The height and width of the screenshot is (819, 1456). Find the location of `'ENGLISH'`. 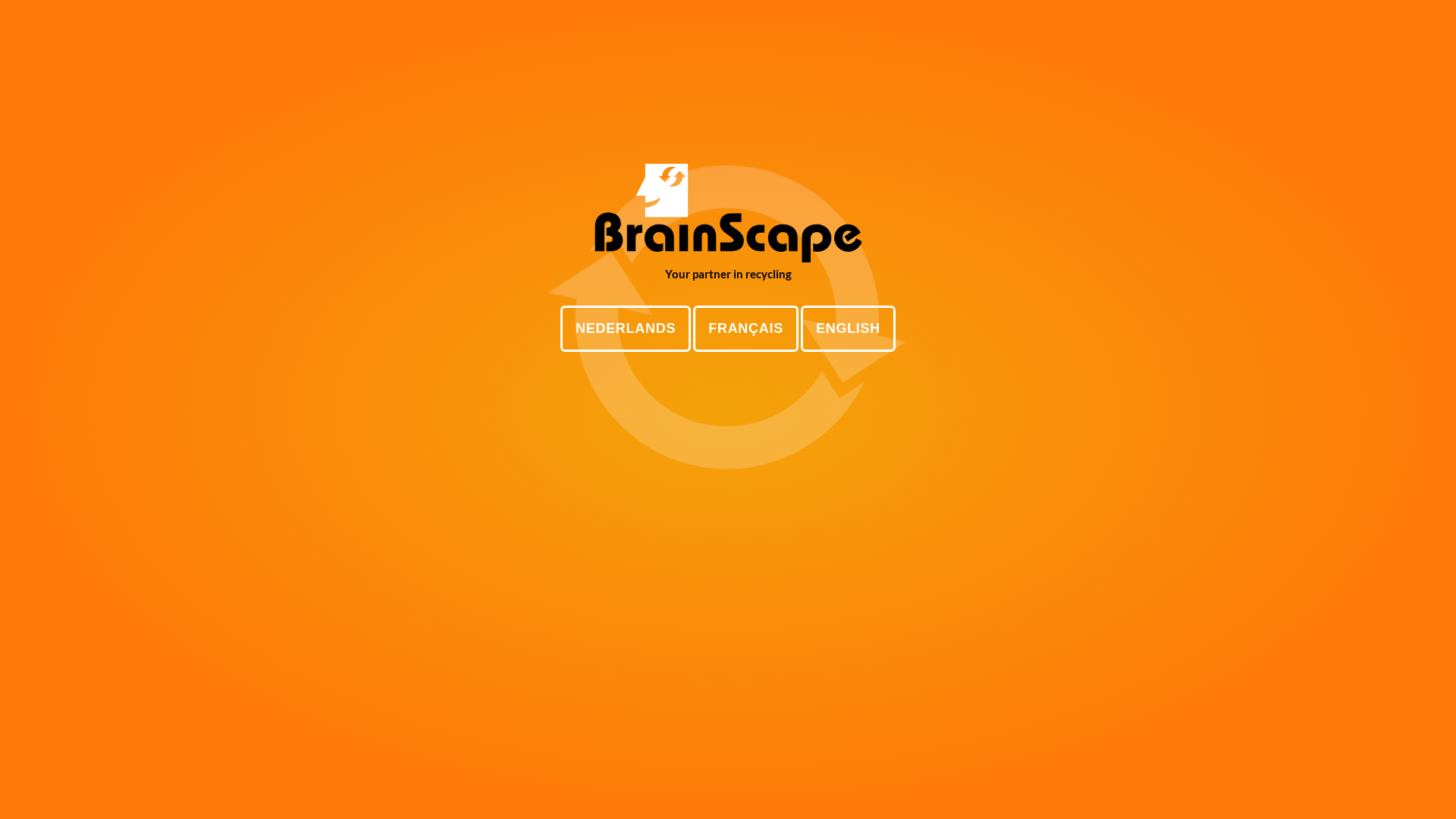

'ENGLISH' is located at coordinates (847, 328).